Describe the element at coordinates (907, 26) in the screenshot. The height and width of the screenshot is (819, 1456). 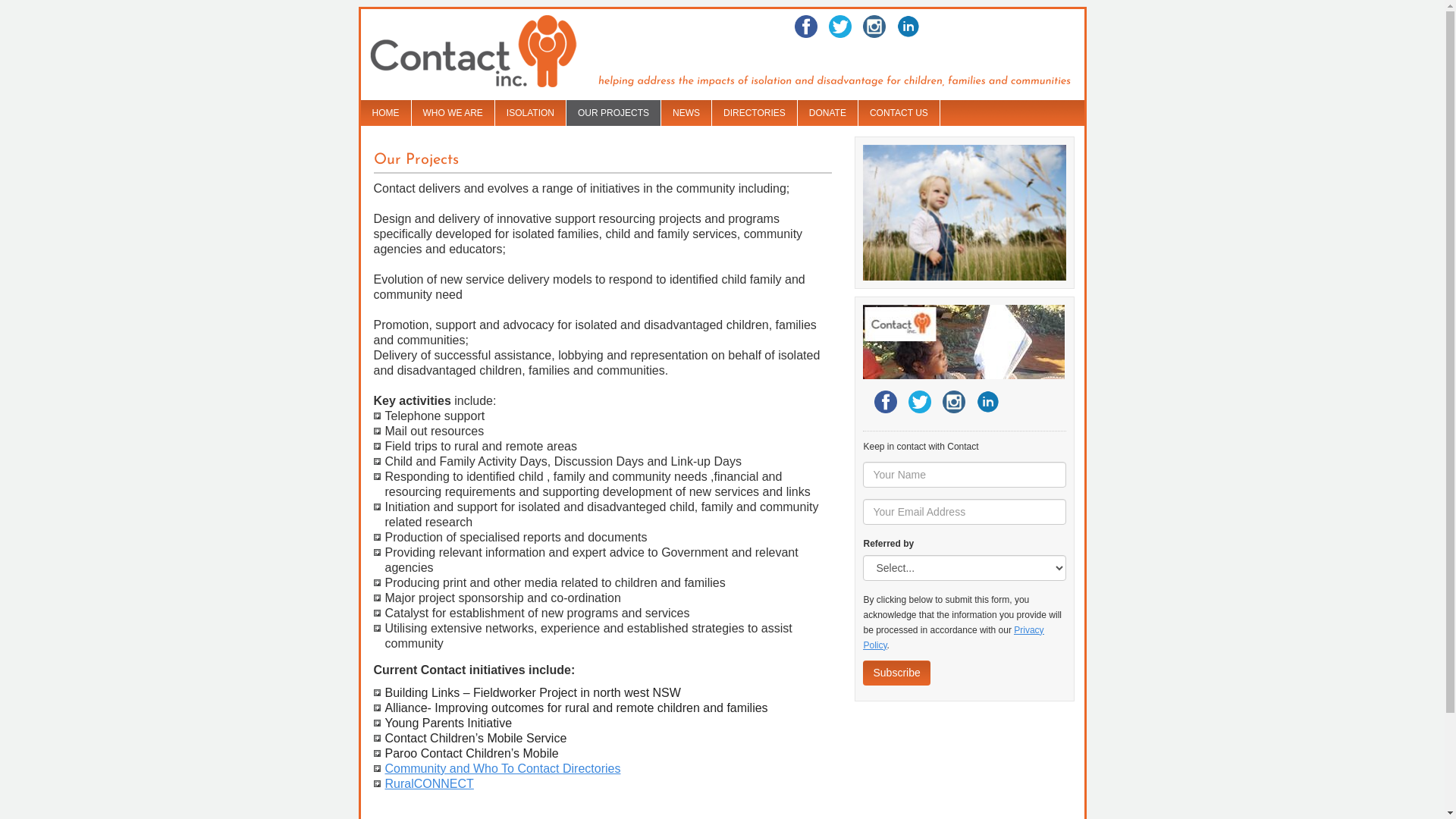
I see `'LinkedIn'` at that location.